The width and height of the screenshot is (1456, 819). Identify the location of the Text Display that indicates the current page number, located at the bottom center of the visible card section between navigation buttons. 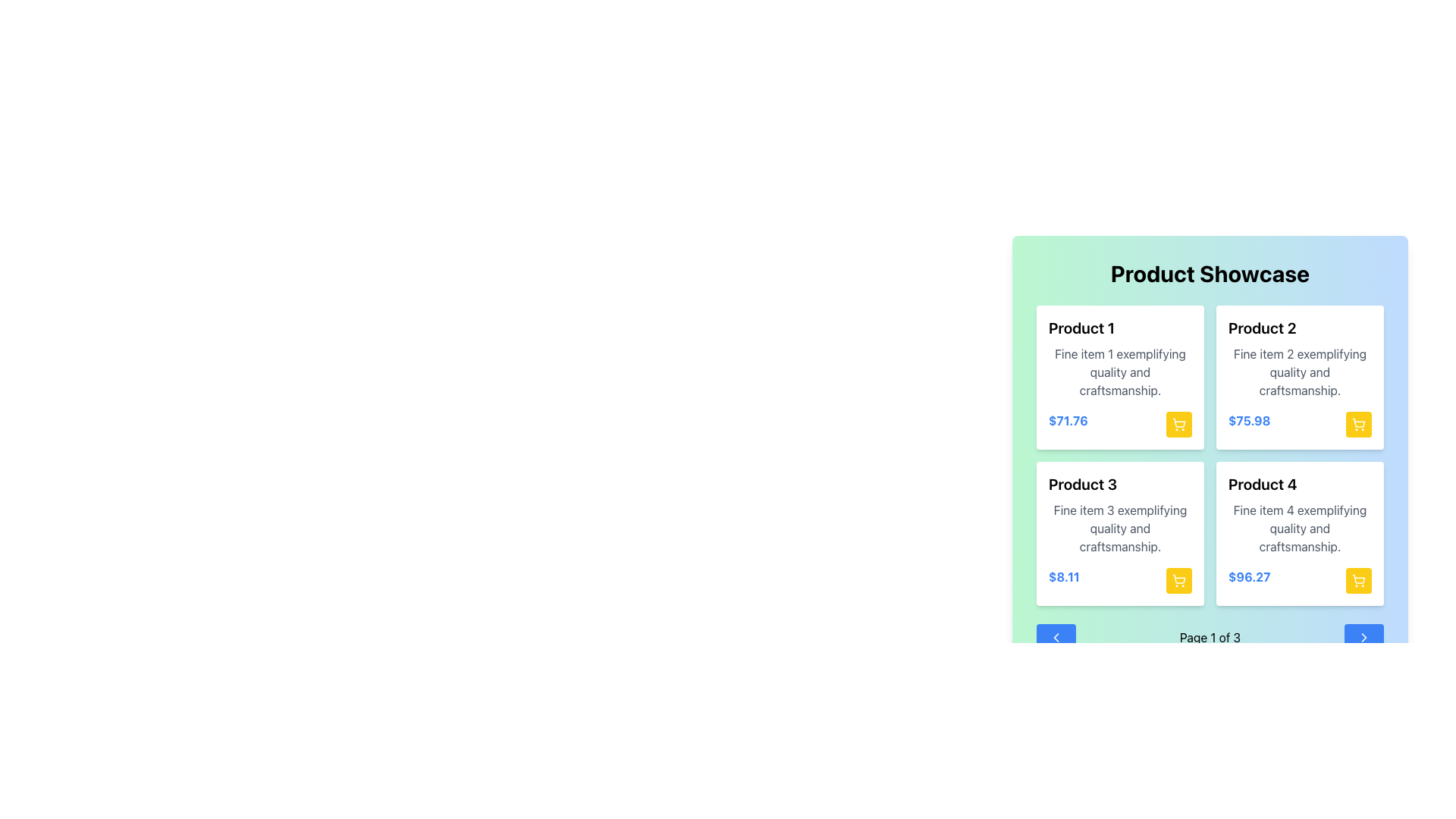
(1210, 637).